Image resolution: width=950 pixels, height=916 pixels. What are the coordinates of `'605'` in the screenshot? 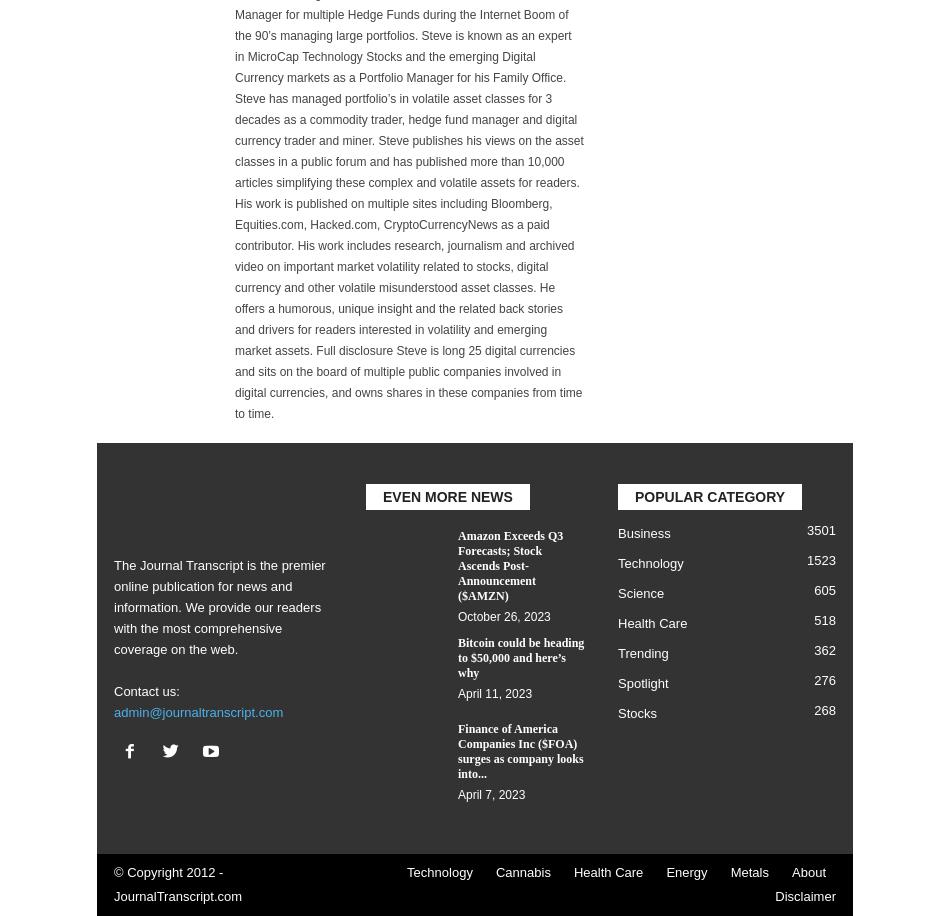 It's located at (823, 590).